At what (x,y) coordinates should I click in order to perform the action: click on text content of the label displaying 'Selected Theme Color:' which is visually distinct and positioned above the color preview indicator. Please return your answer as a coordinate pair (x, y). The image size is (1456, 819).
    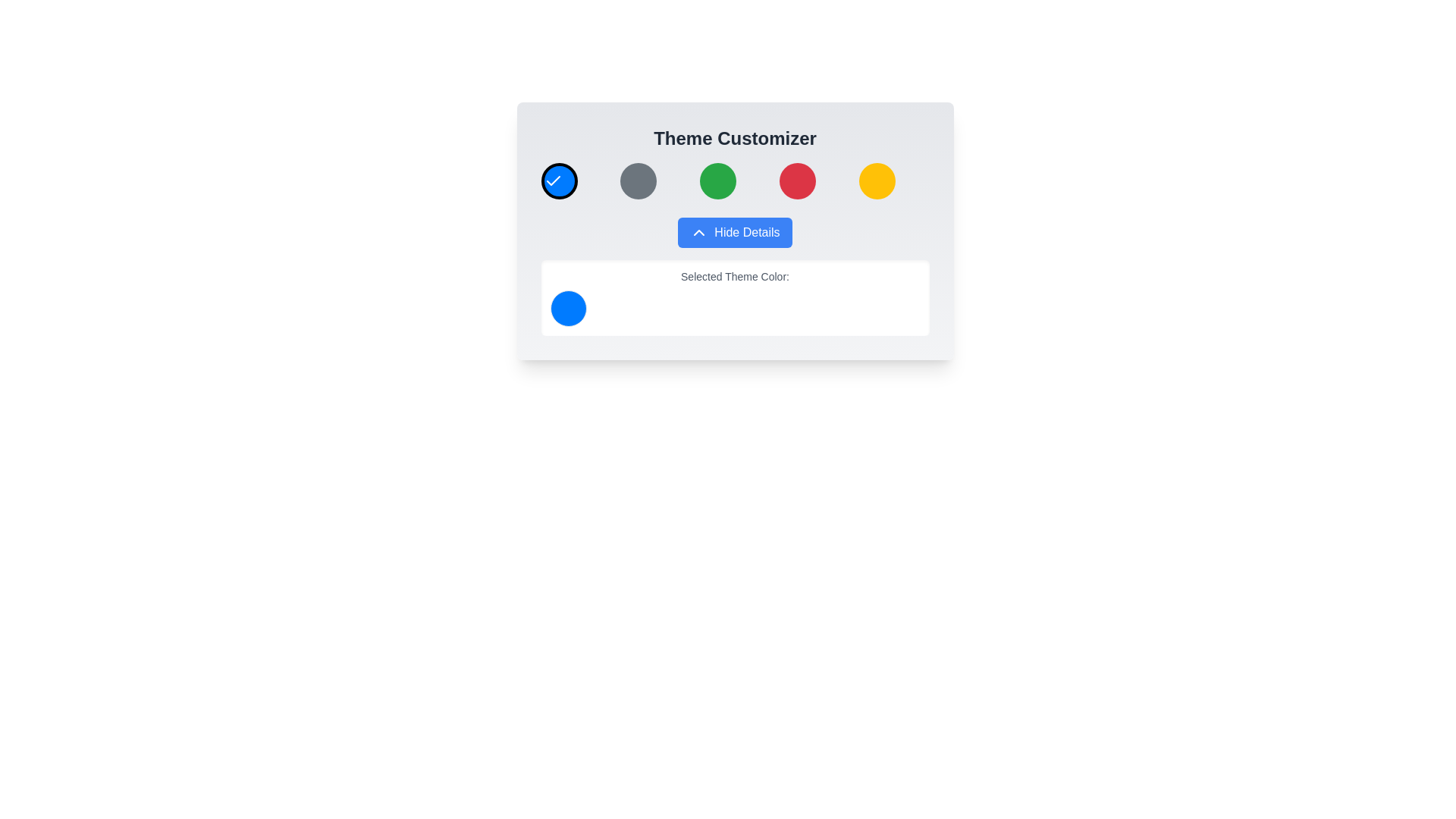
    Looking at the image, I should click on (735, 277).